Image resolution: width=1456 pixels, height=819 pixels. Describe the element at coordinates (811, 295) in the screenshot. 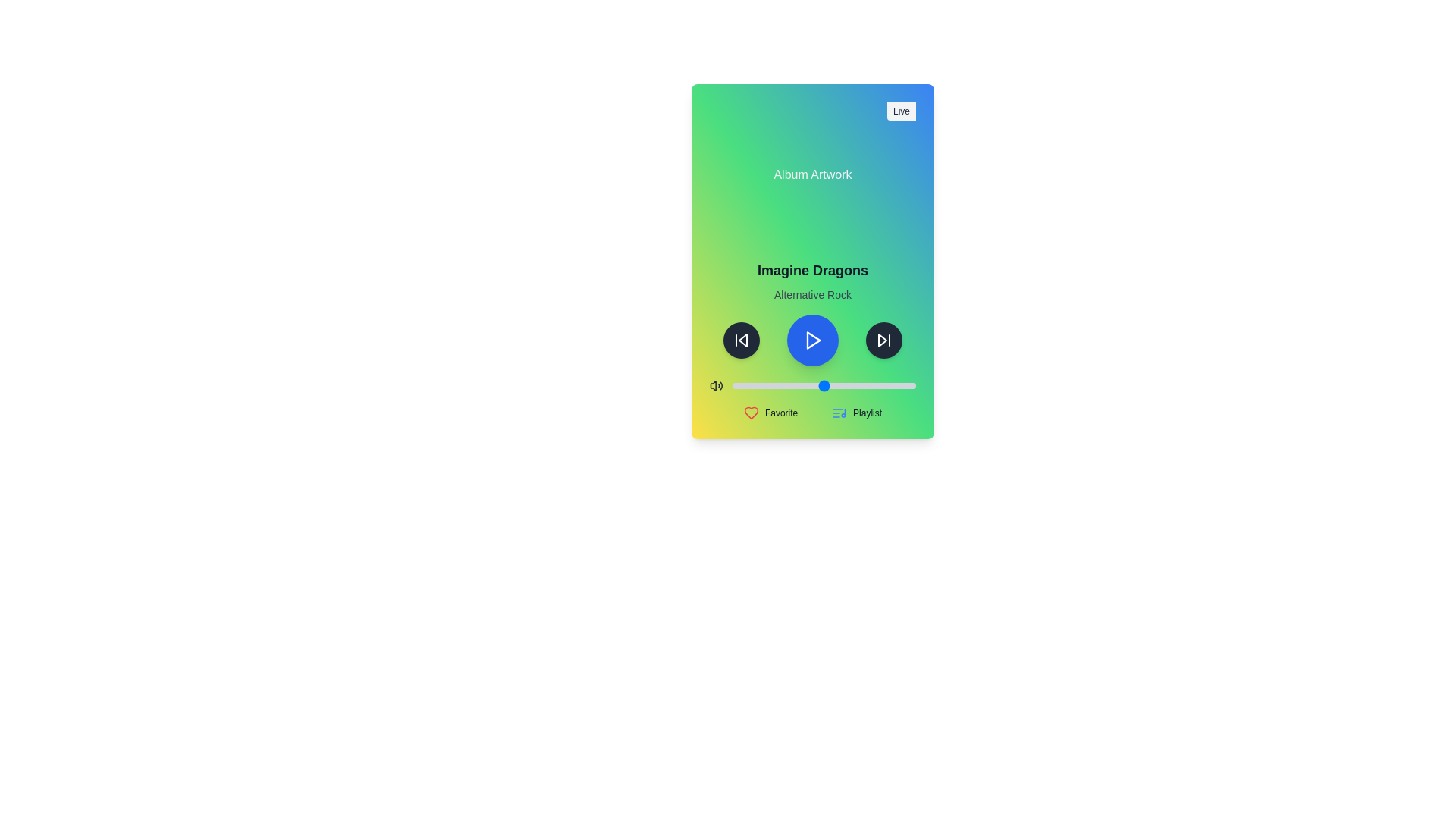

I see `the text label that serves as a subtitle or genre tag for the music player, located directly below the title 'Imagine Dragons'` at that location.